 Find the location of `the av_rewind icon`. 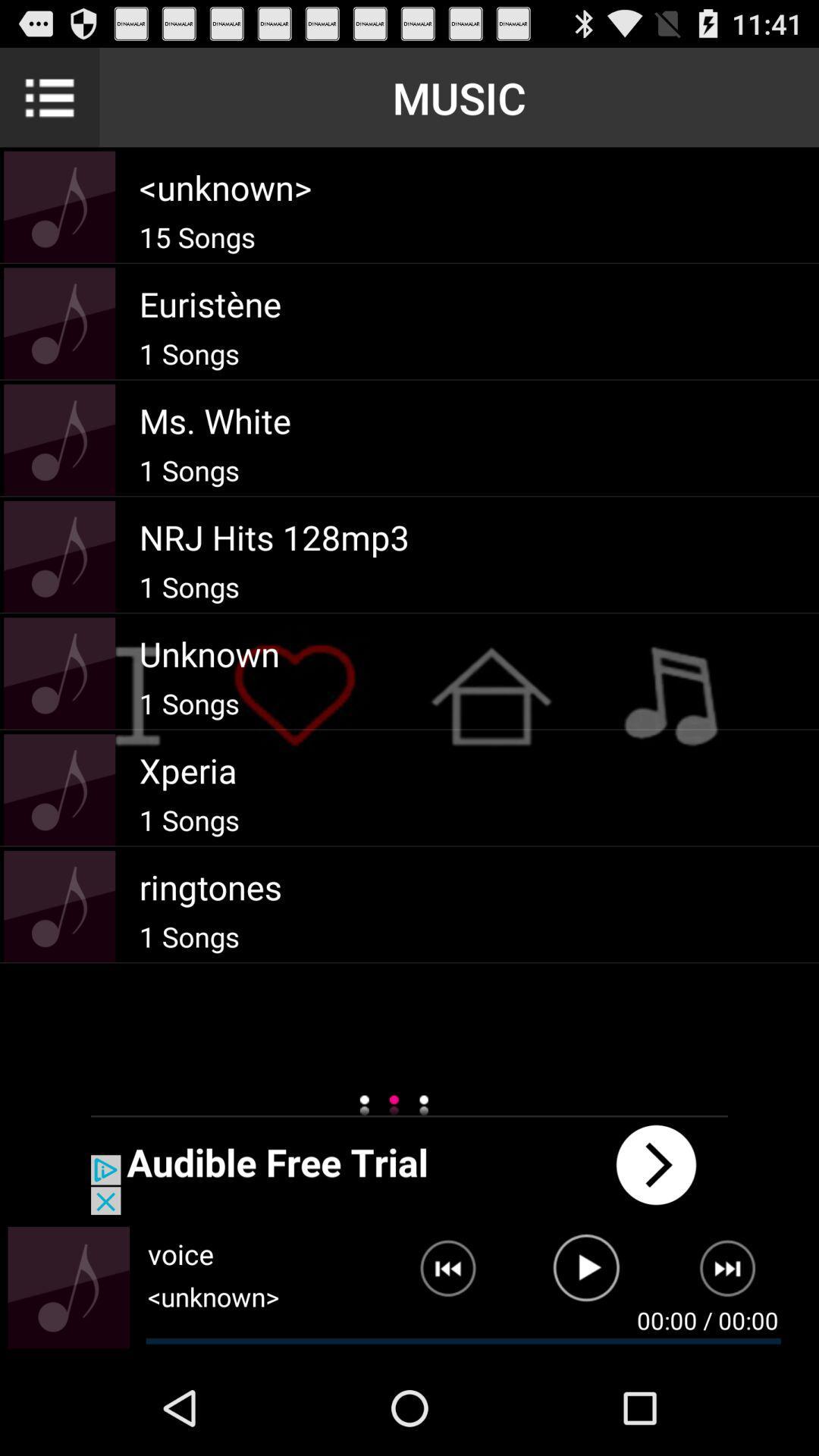

the av_rewind icon is located at coordinates (436, 1364).